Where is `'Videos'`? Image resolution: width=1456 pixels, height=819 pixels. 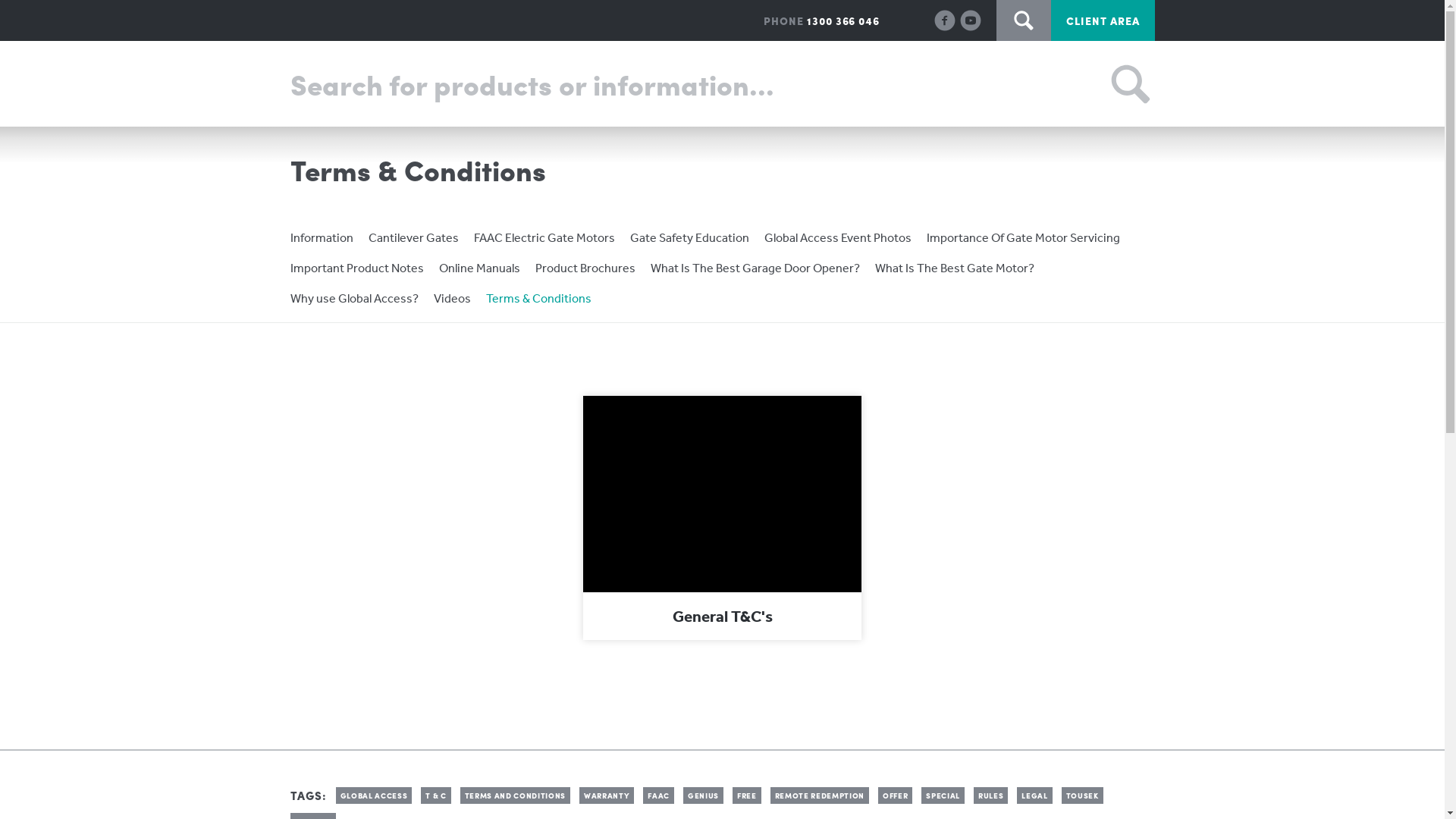
'Videos' is located at coordinates (451, 298).